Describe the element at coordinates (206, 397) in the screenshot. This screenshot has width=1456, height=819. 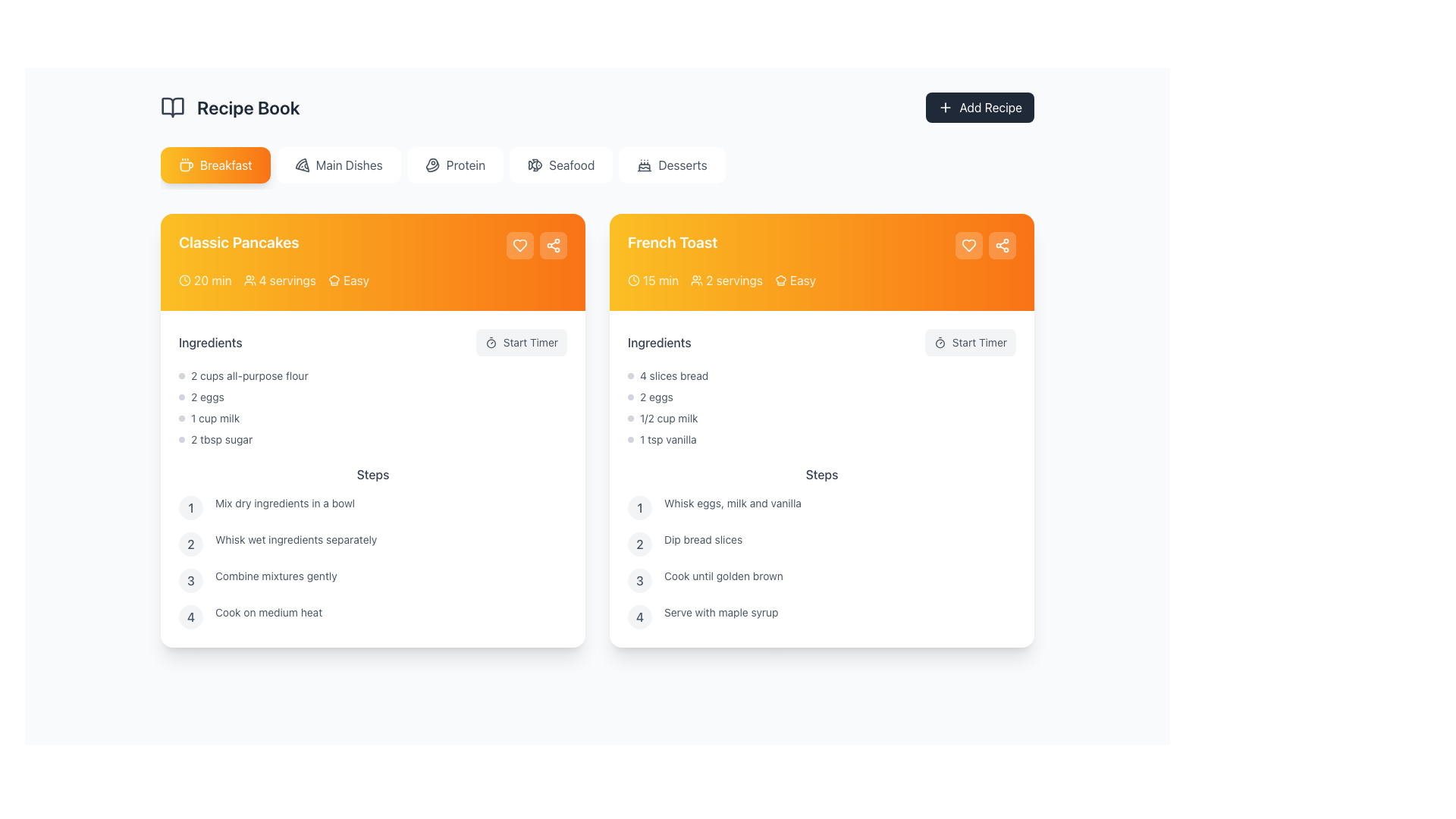
I see `the text label displaying '2 eggs' in gray text within the ingredients list of the 'Classic Pancakes' recipe card` at that location.